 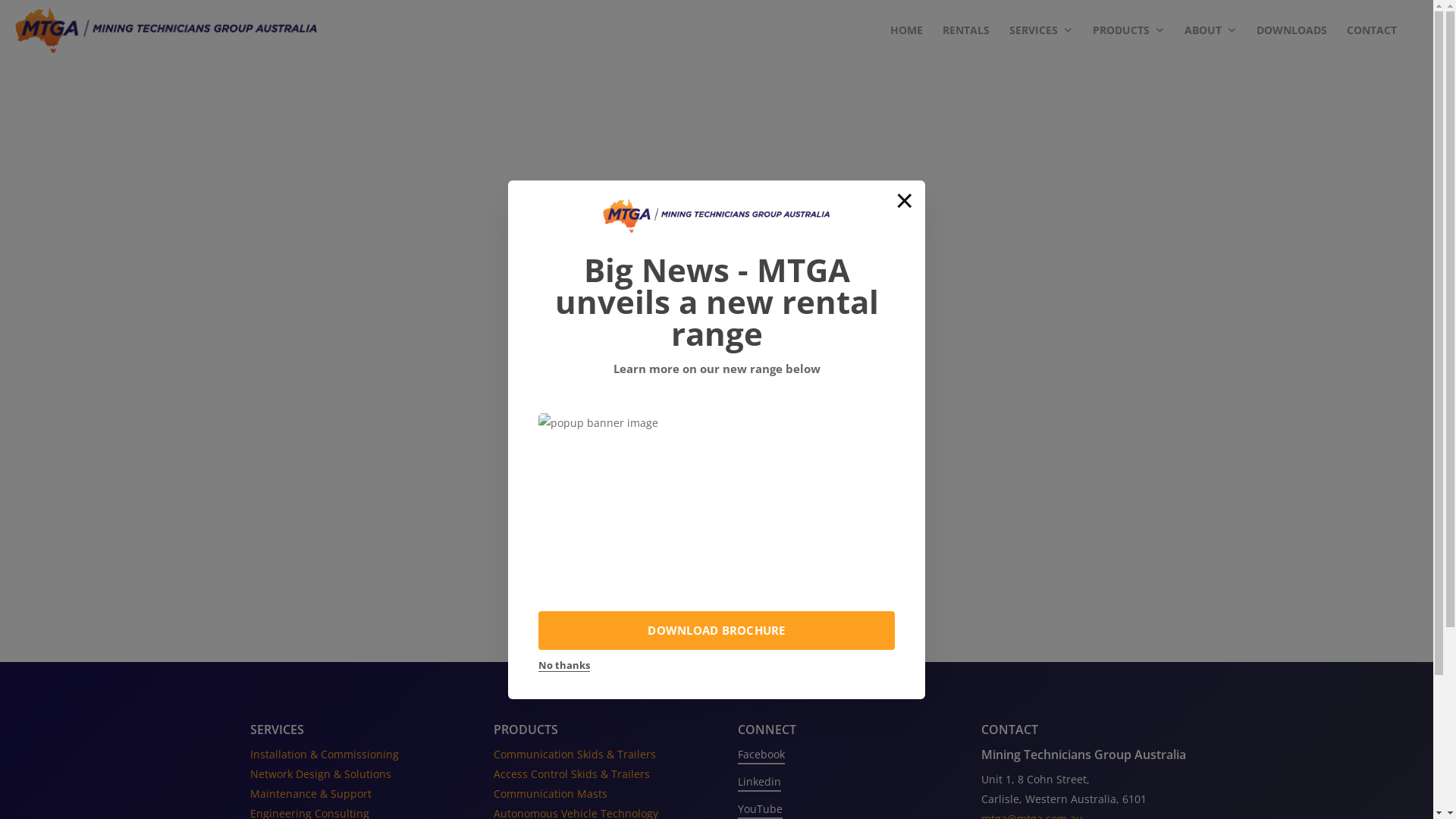 What do you see at coordinates (1210, 30) in the screenshot?
I see `'ABOUT'` at bounding box center [1210, 30].